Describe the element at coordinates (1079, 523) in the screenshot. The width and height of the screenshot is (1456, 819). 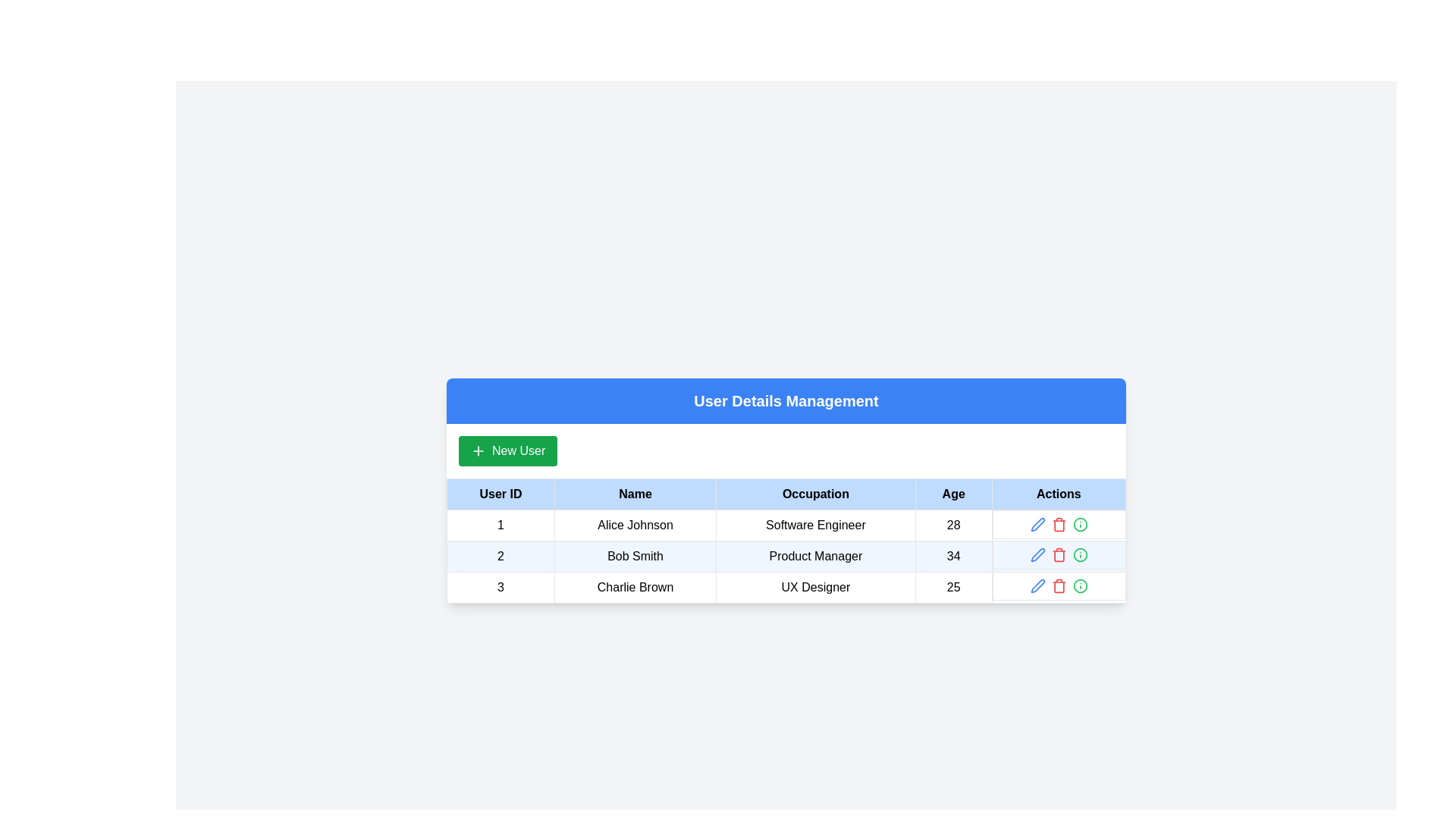
I see `the informational button located at the rightmost position in the 'Actions' column of the third row in the table for UX Designer 'Charlie Brown'` at that location.